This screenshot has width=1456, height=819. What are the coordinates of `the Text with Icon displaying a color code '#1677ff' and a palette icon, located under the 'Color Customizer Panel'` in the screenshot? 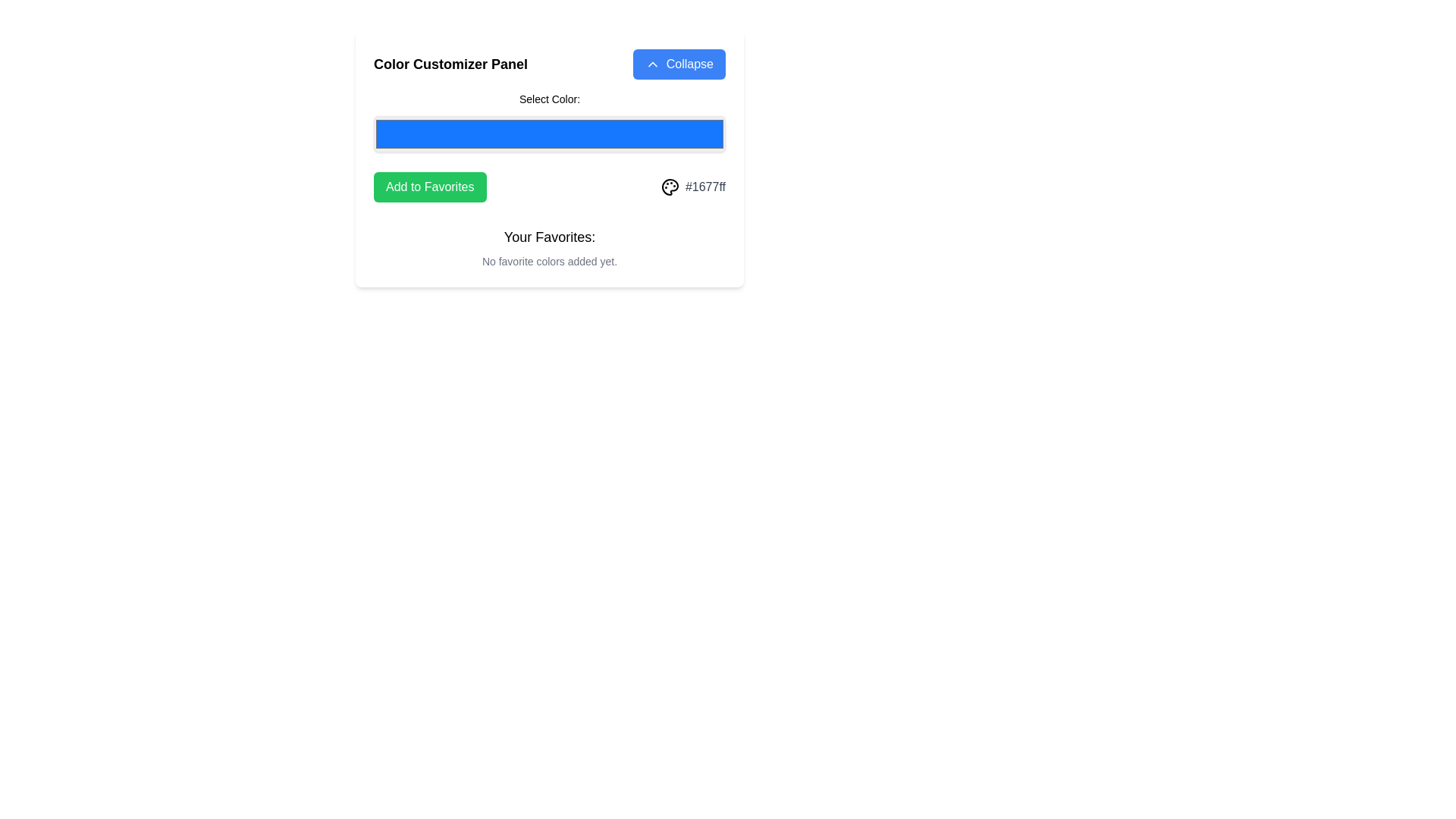 It's located at (692, 186).